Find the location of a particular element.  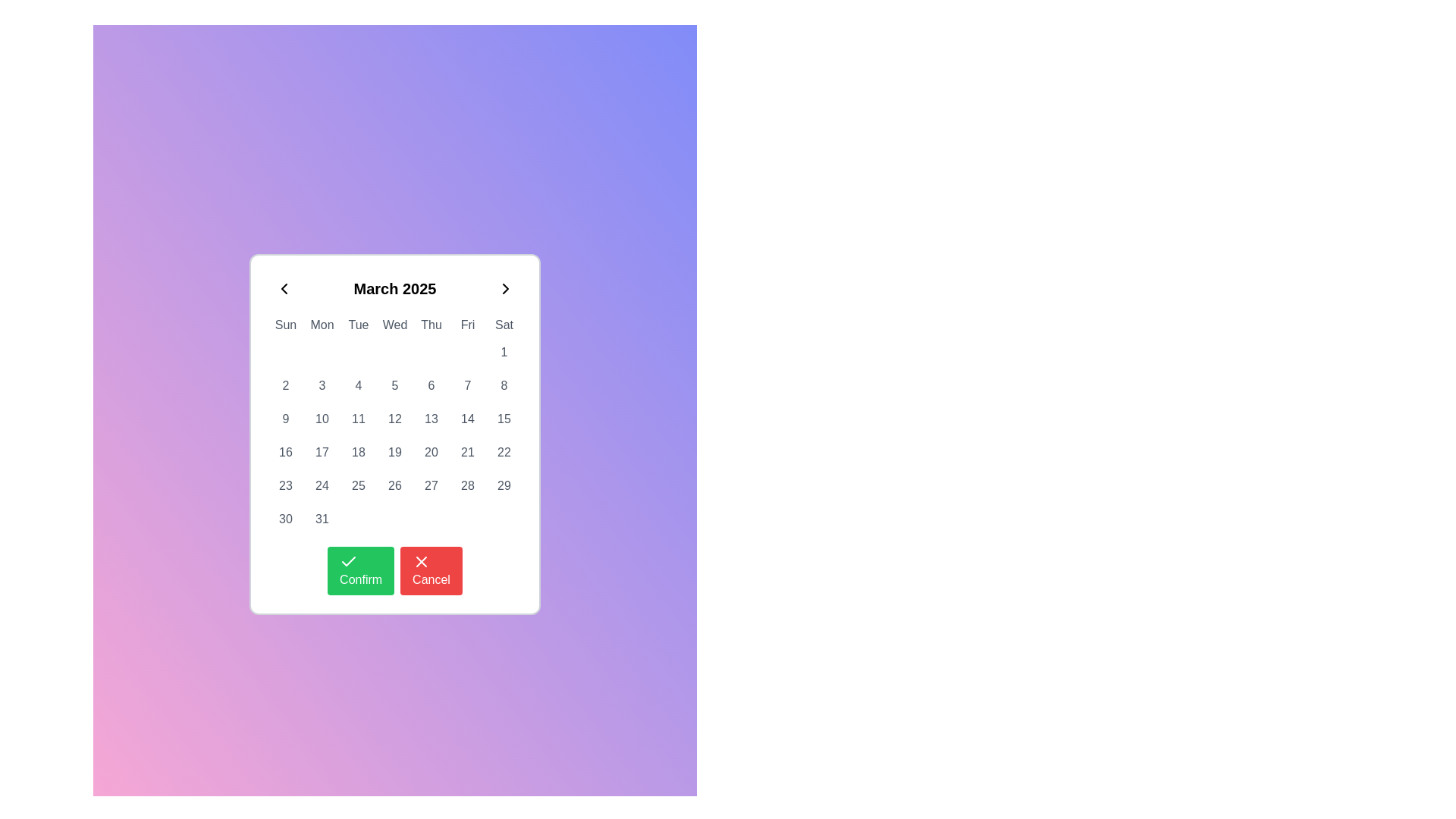

the white checkmark icon located within the green 'Confirm' button at the bottom of the calendar widget is located at coordinates (348, 561).